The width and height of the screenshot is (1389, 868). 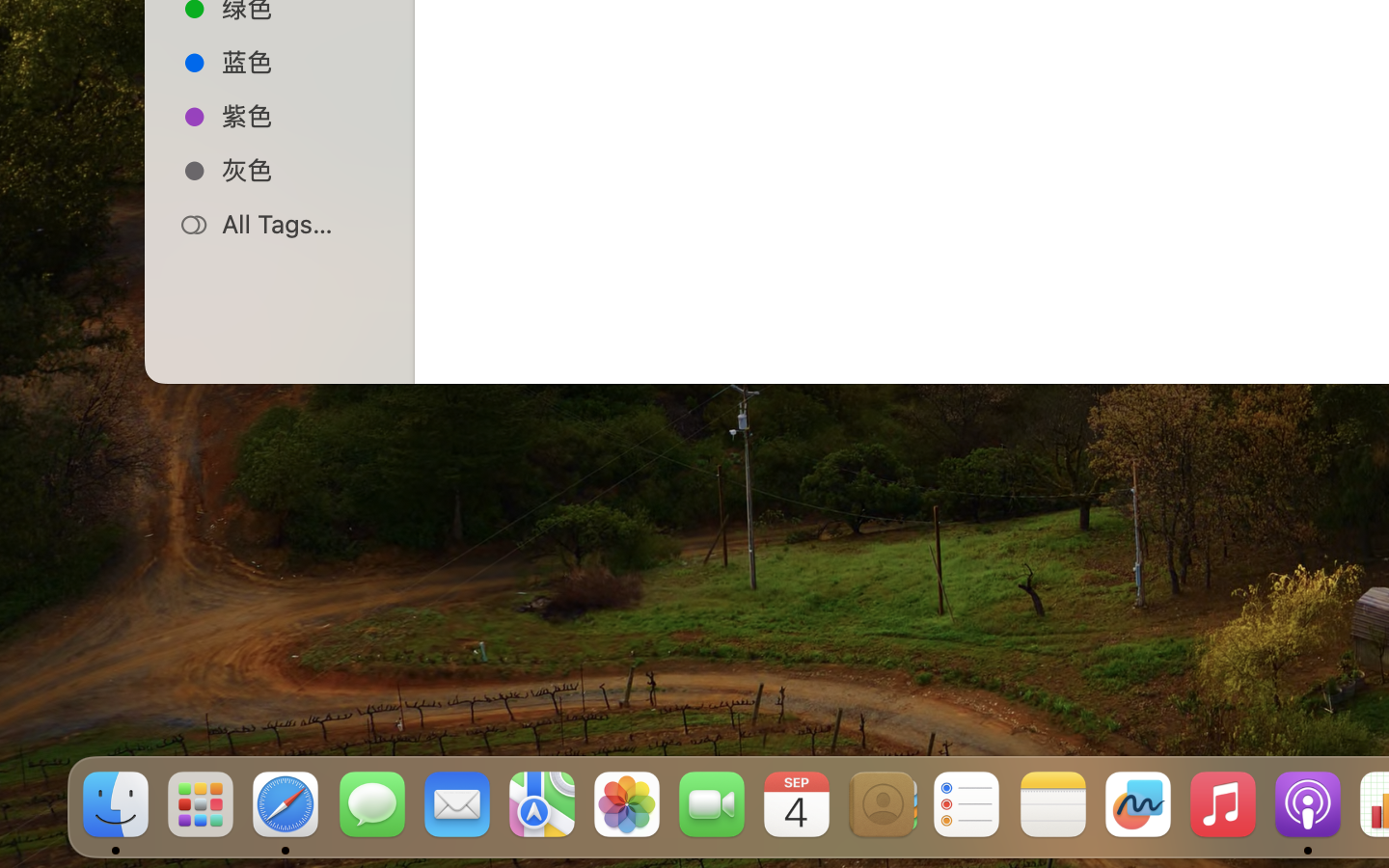 What do you see at coordinates (300, 115) in the screenshot?
I see `'紫色'` at bounding box center [300, 115].